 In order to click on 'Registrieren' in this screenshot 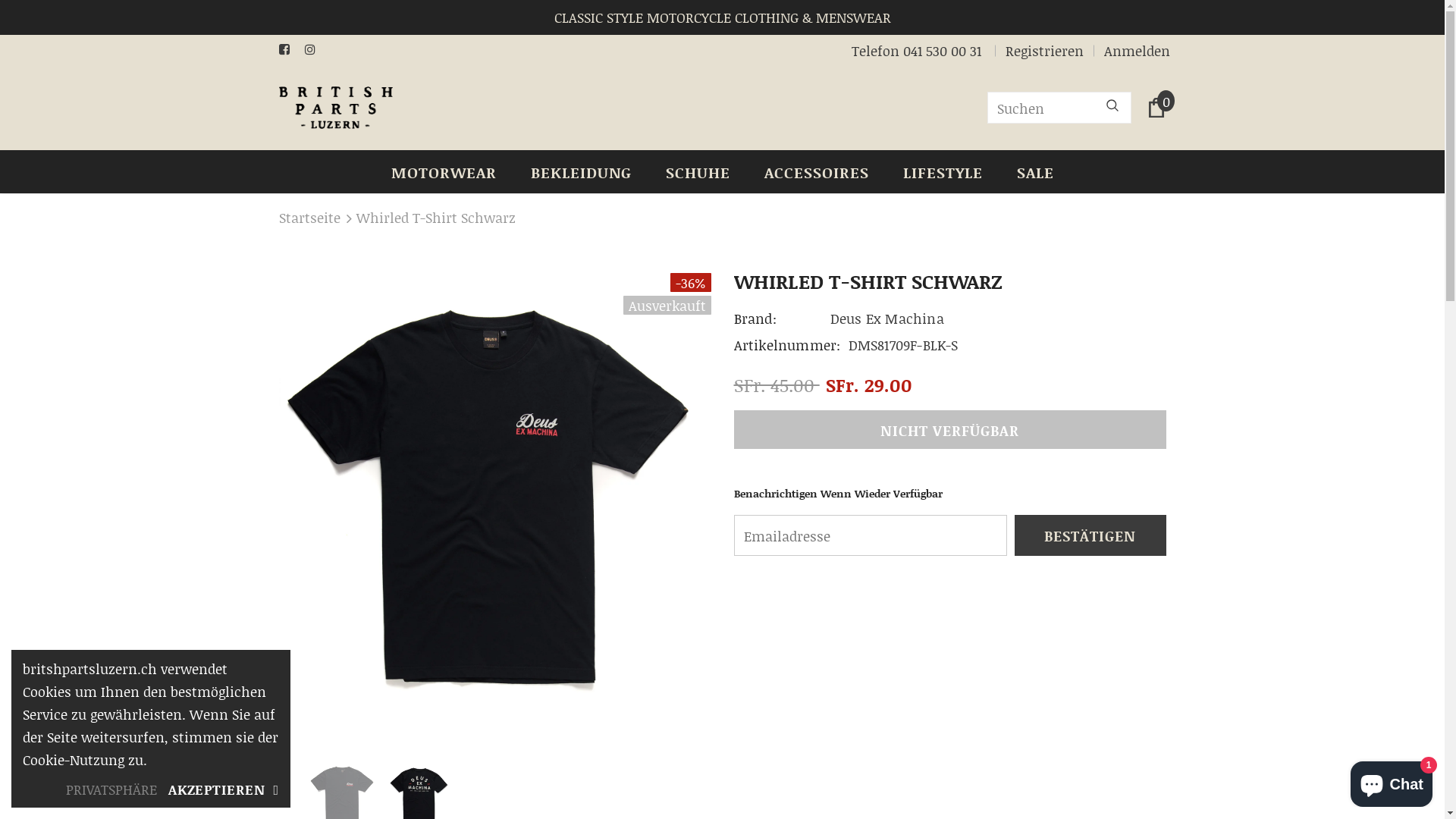, I will do `click(1043, 49)`.